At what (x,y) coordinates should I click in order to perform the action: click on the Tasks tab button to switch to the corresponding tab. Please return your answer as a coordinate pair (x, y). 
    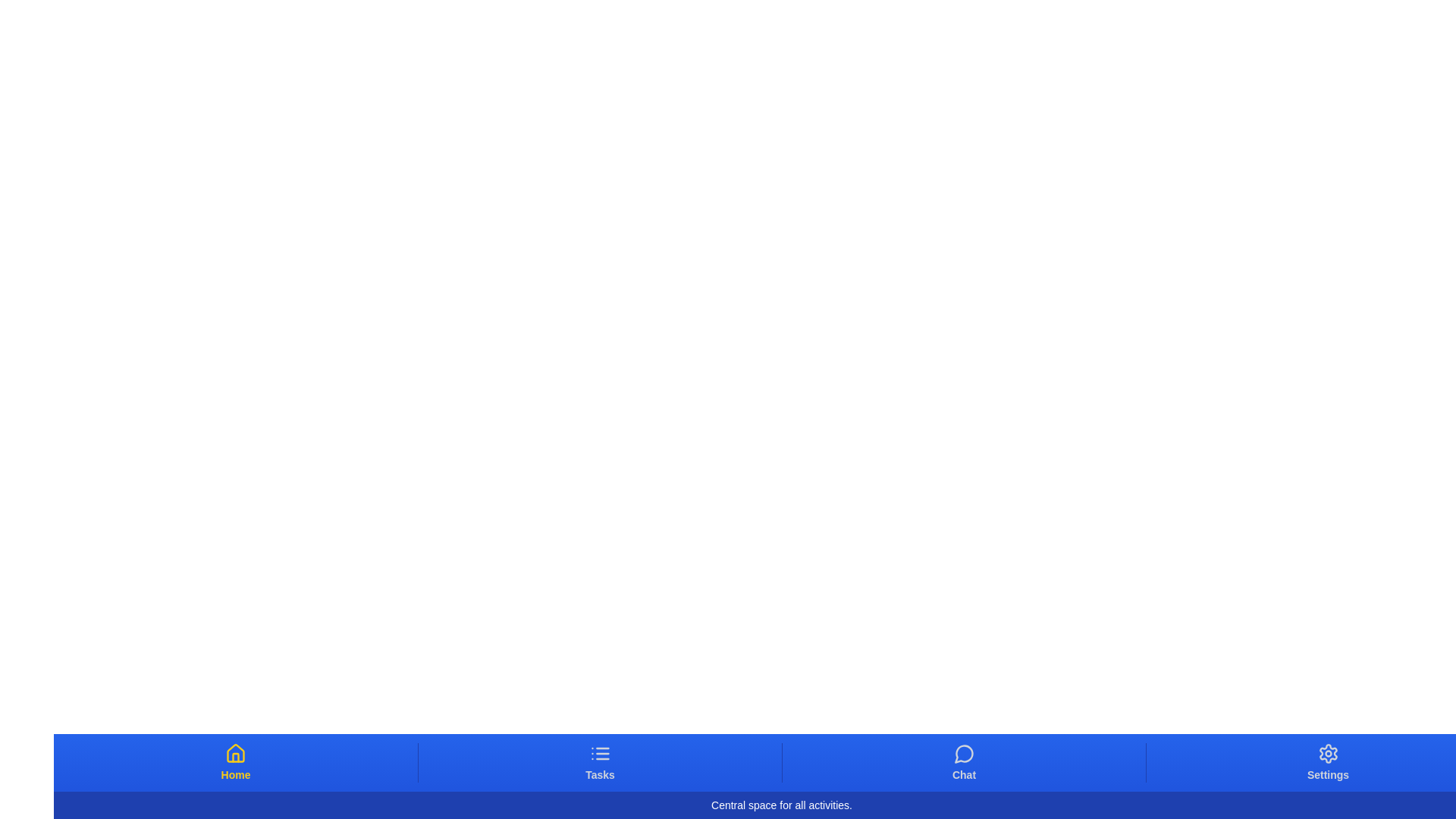
    Looking at the image, I should click on (599, 763).